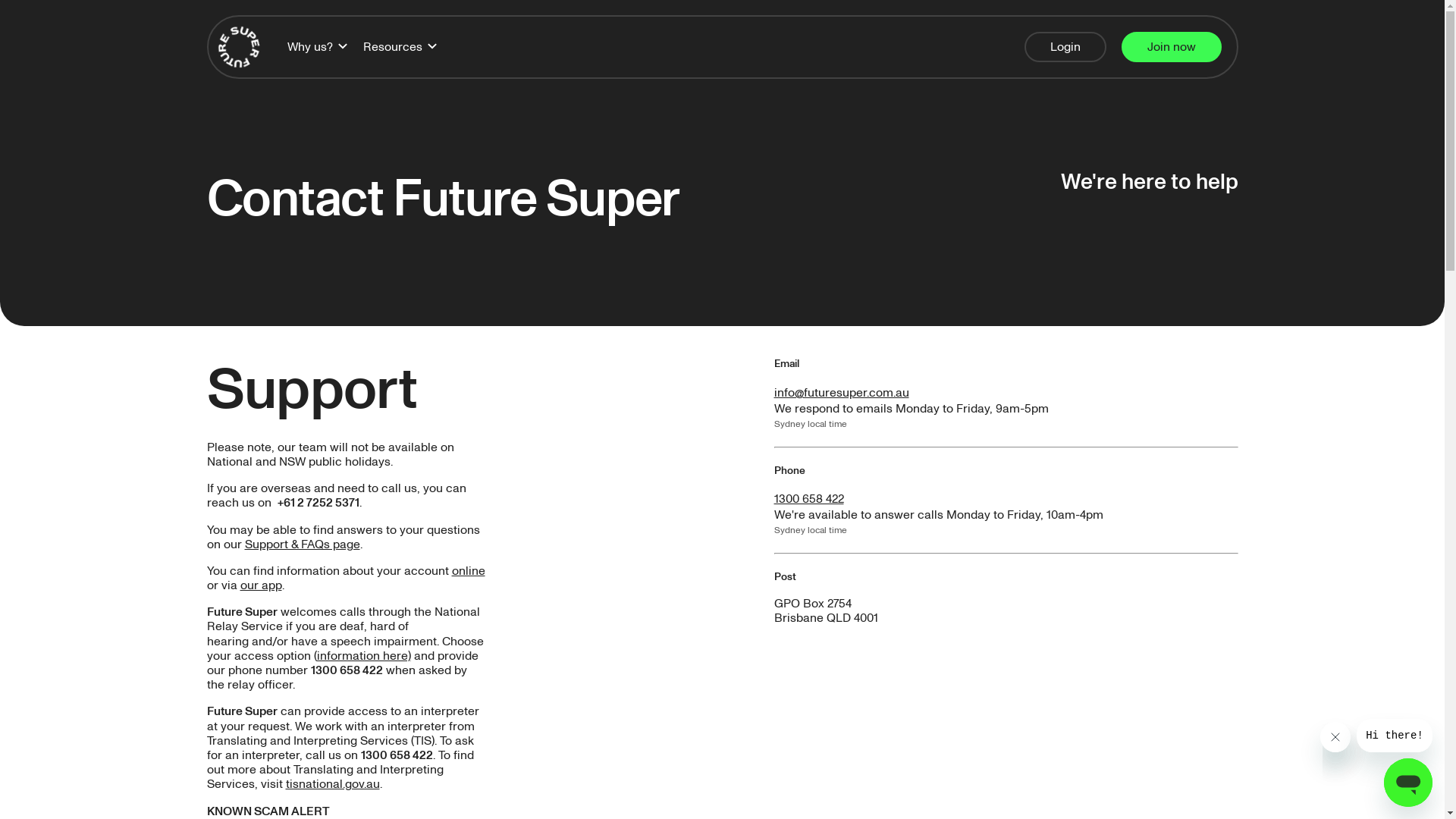 The image size is (1456, 819). What do you see at coordinates (1121, 45) in the screenshot?
I see `'Join` at bounding box center [1121, 45].